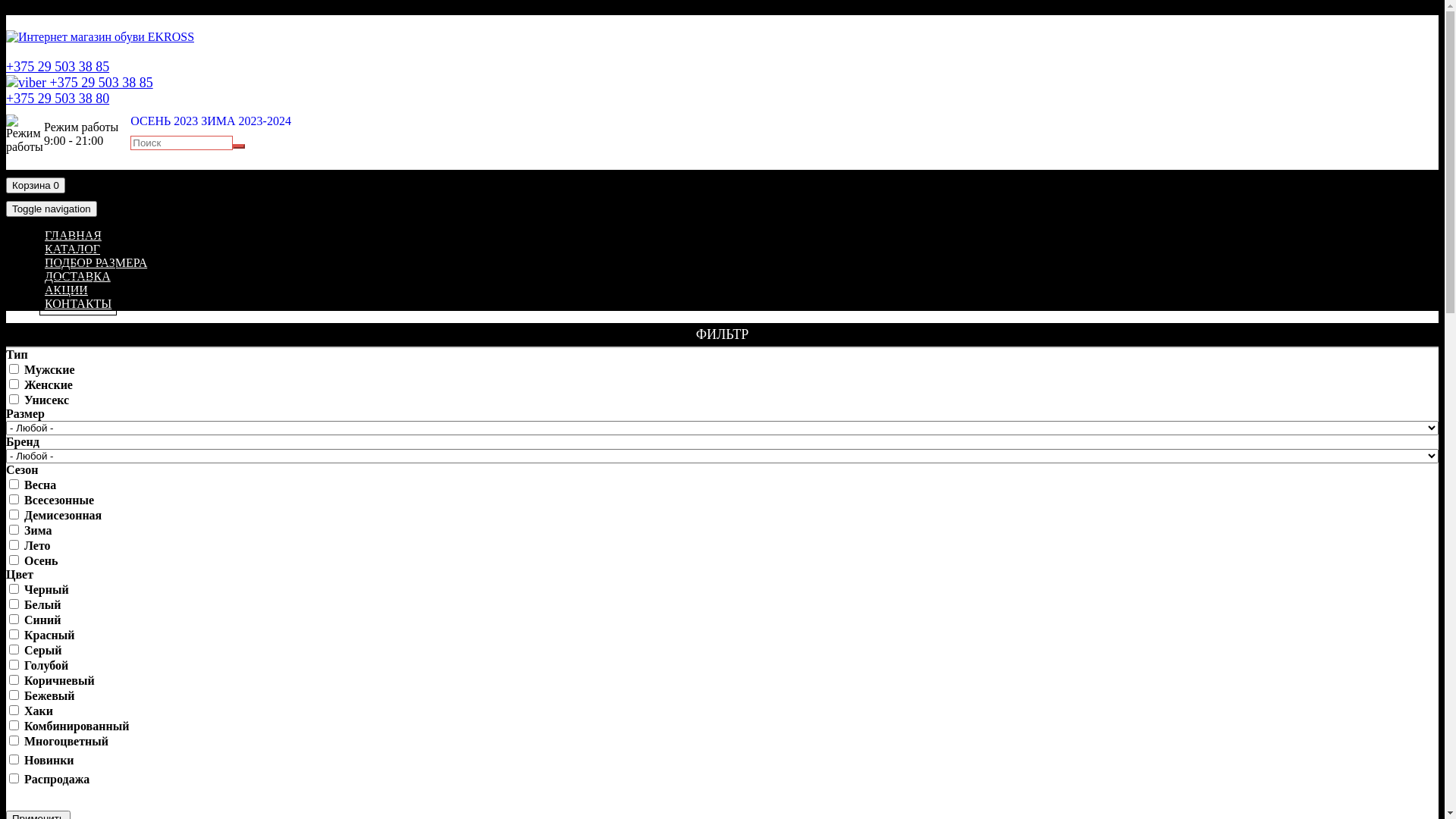  Describe the element at coordinates (58, 66) in the screenshot. I see `'+375 29 503 38 85'` at that location.